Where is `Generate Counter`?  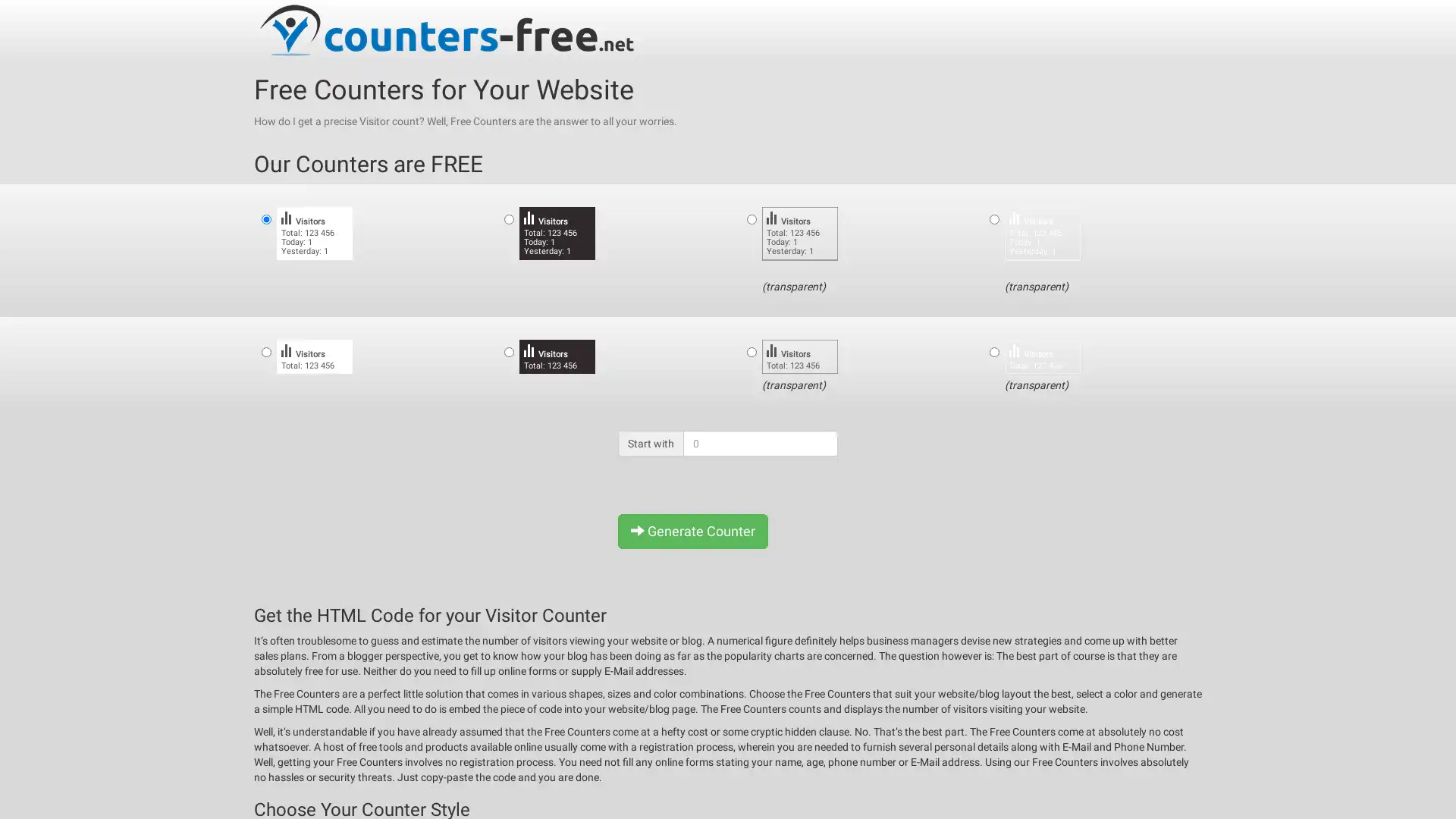 Generate Counter is located at coordinates (692, 529).